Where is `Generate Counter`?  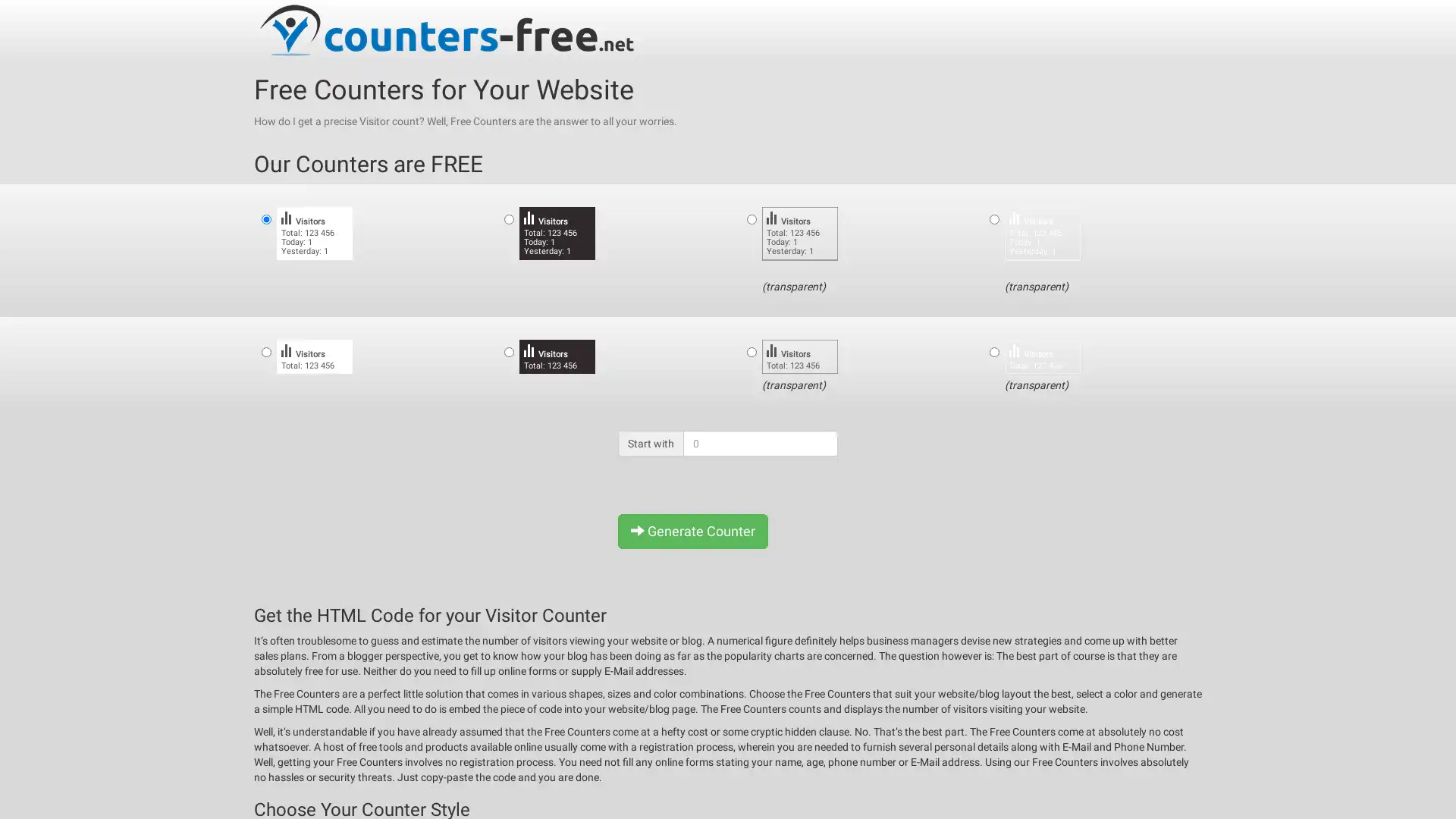 Generate Counter is located at coordinates (692, 529).